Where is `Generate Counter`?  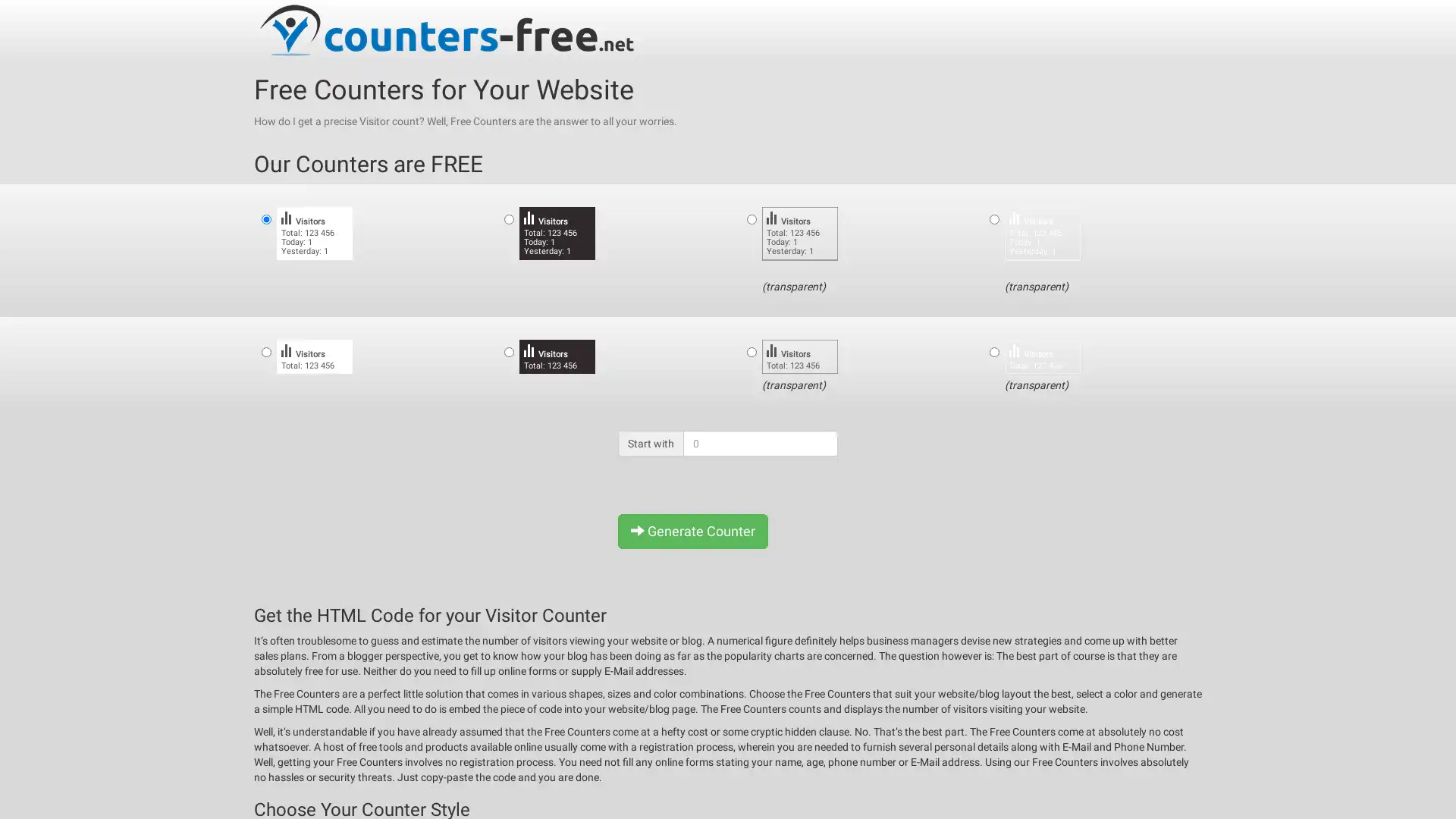 Generate Counter is located at coordinates (692, 529).